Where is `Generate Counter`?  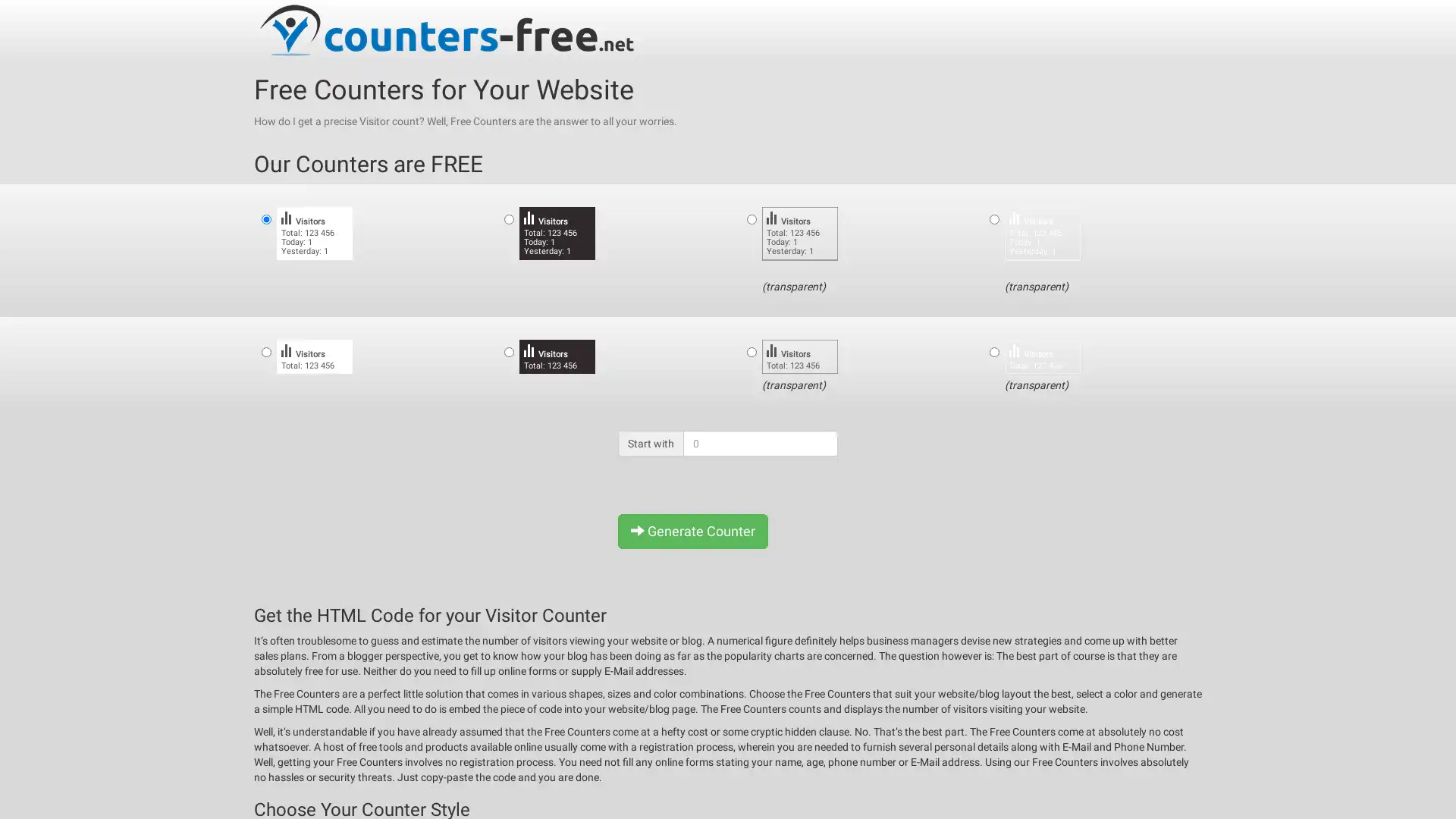 Generate Counter is located at coordinates (692, 529).